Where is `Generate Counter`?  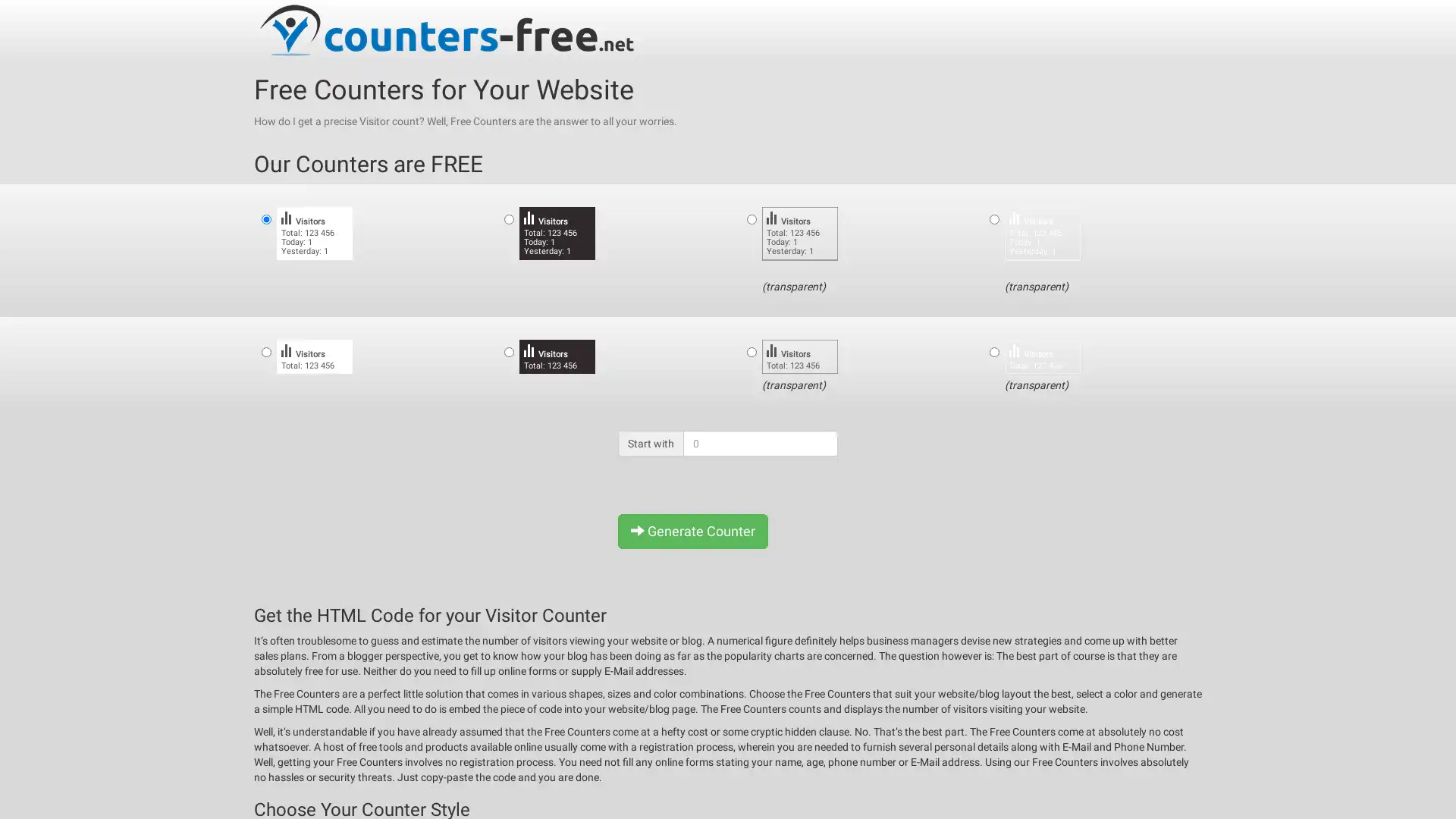 Generate Counter is located at coordinates (692, 529).